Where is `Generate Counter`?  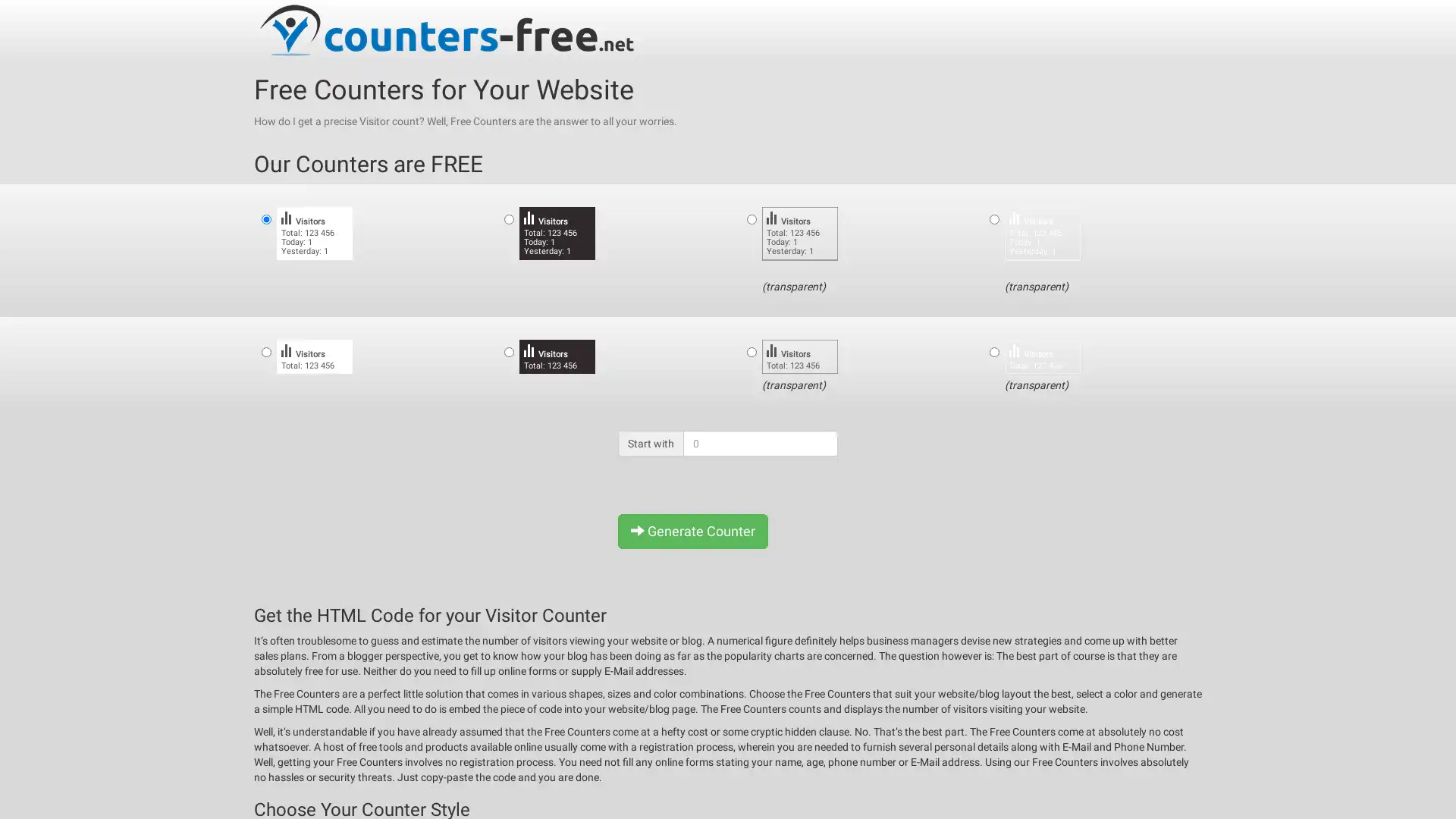 Generate Counter is located at coordinates (692, 529).